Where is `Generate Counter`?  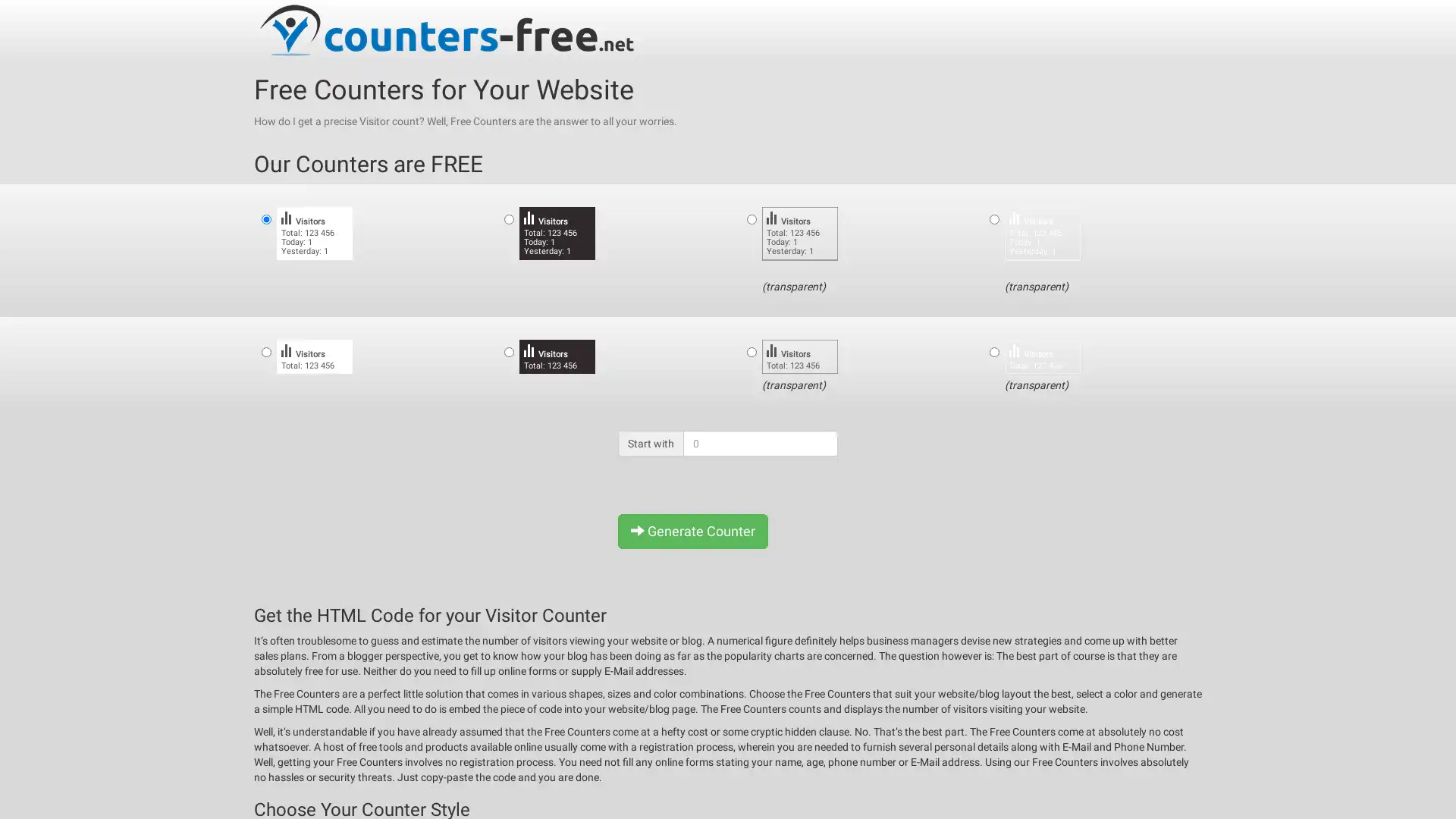 Generate Counter is located at coordinates (692, 529).